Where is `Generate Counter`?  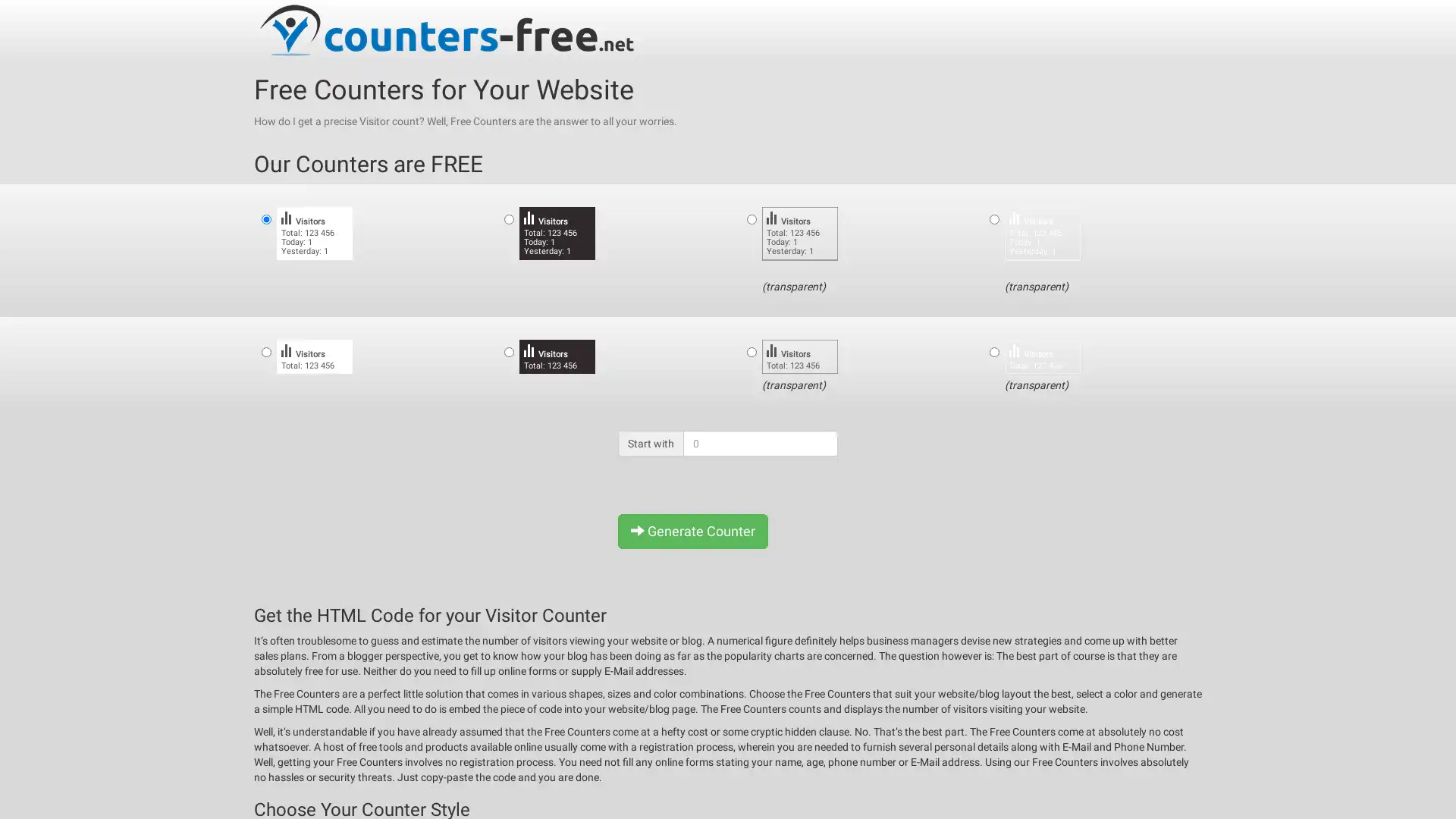 Generate Counter is located at coordinates (692, 529).